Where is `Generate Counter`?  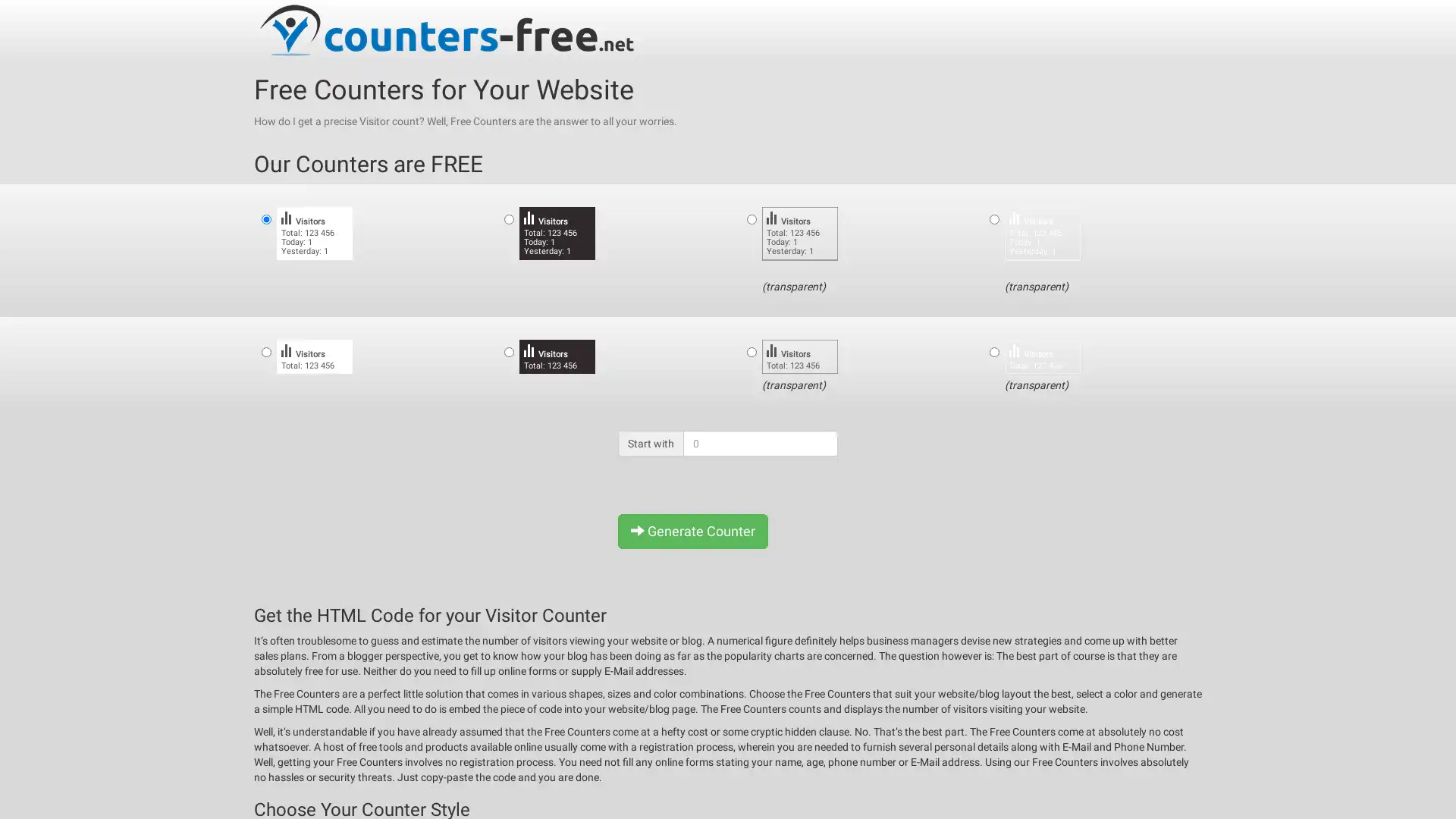 Generate Counter is located at coordinates (692, 529).